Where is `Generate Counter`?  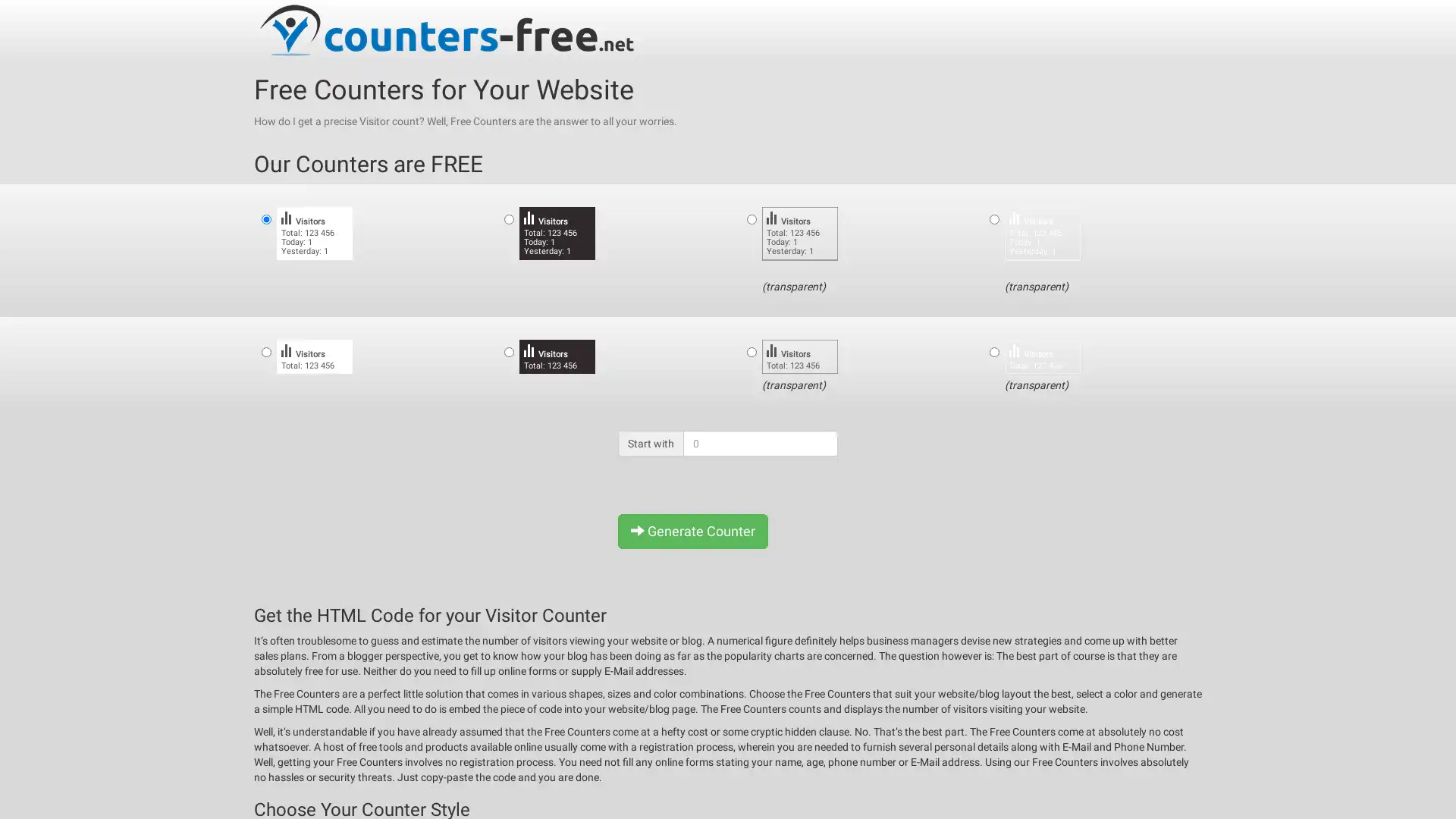 Generate Counter is located at coordinates (692, 529).